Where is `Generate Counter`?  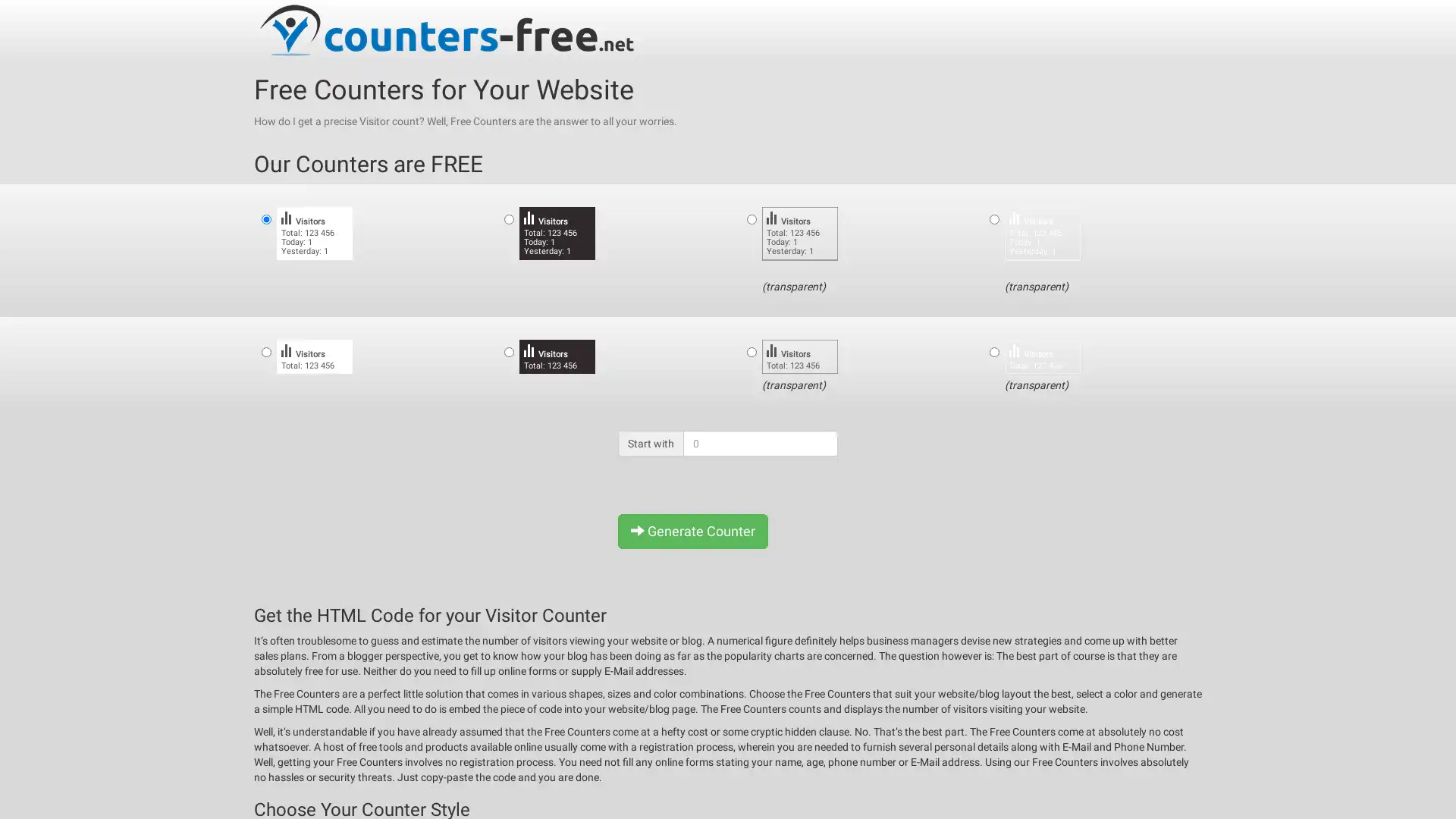 Generate Counter is located at coordinates (692, 529).